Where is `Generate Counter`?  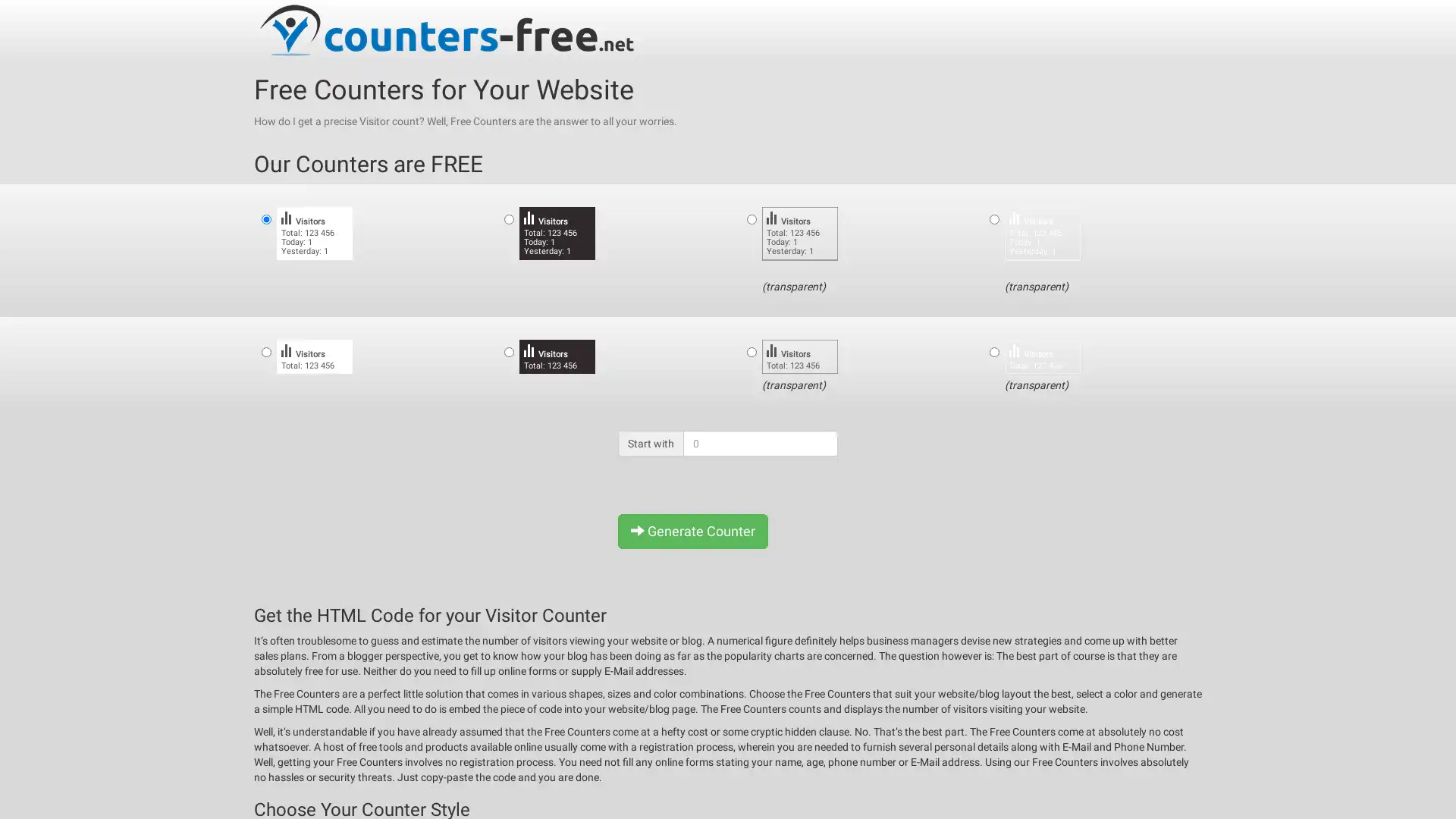 Generate Counter is located at coordinates (692, 529).